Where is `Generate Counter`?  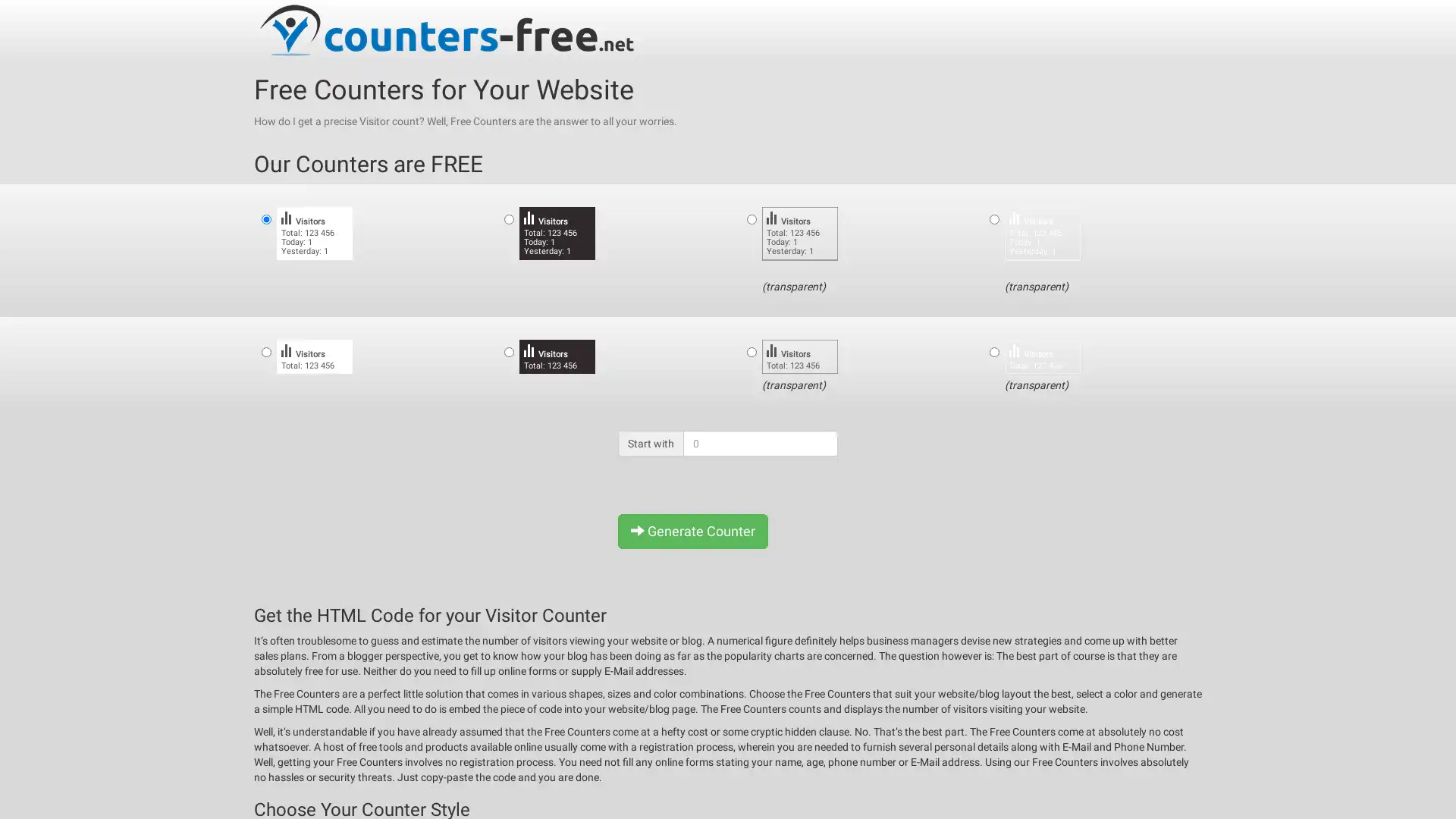 Generate Counter is located at coordinates (692, 529).